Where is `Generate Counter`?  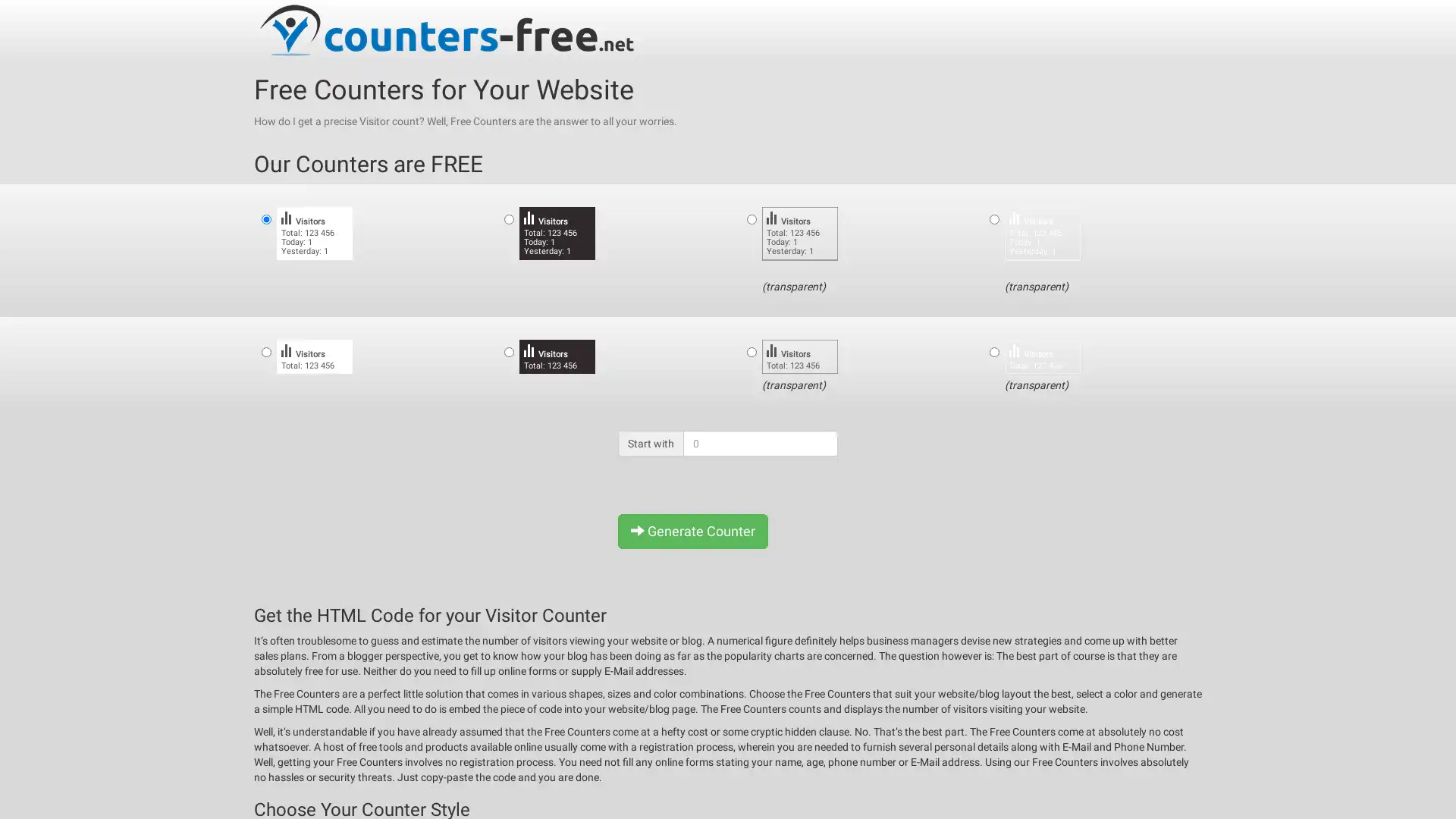 Generate Counter is located at coordinates (692, 529).